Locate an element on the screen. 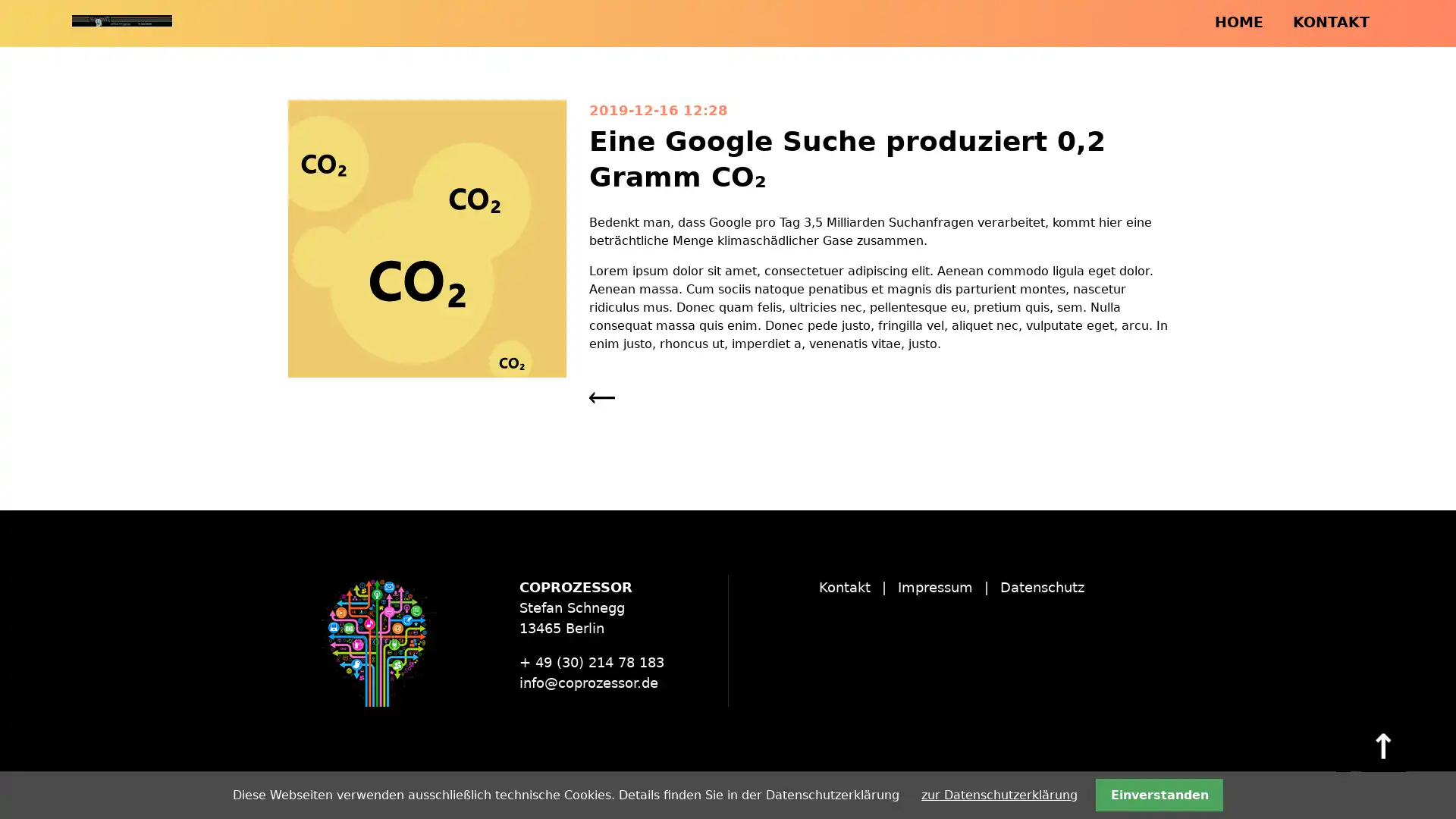 This screenshot has width=1456, height=819. Einverstanden is located at coordinates (1158, 794).